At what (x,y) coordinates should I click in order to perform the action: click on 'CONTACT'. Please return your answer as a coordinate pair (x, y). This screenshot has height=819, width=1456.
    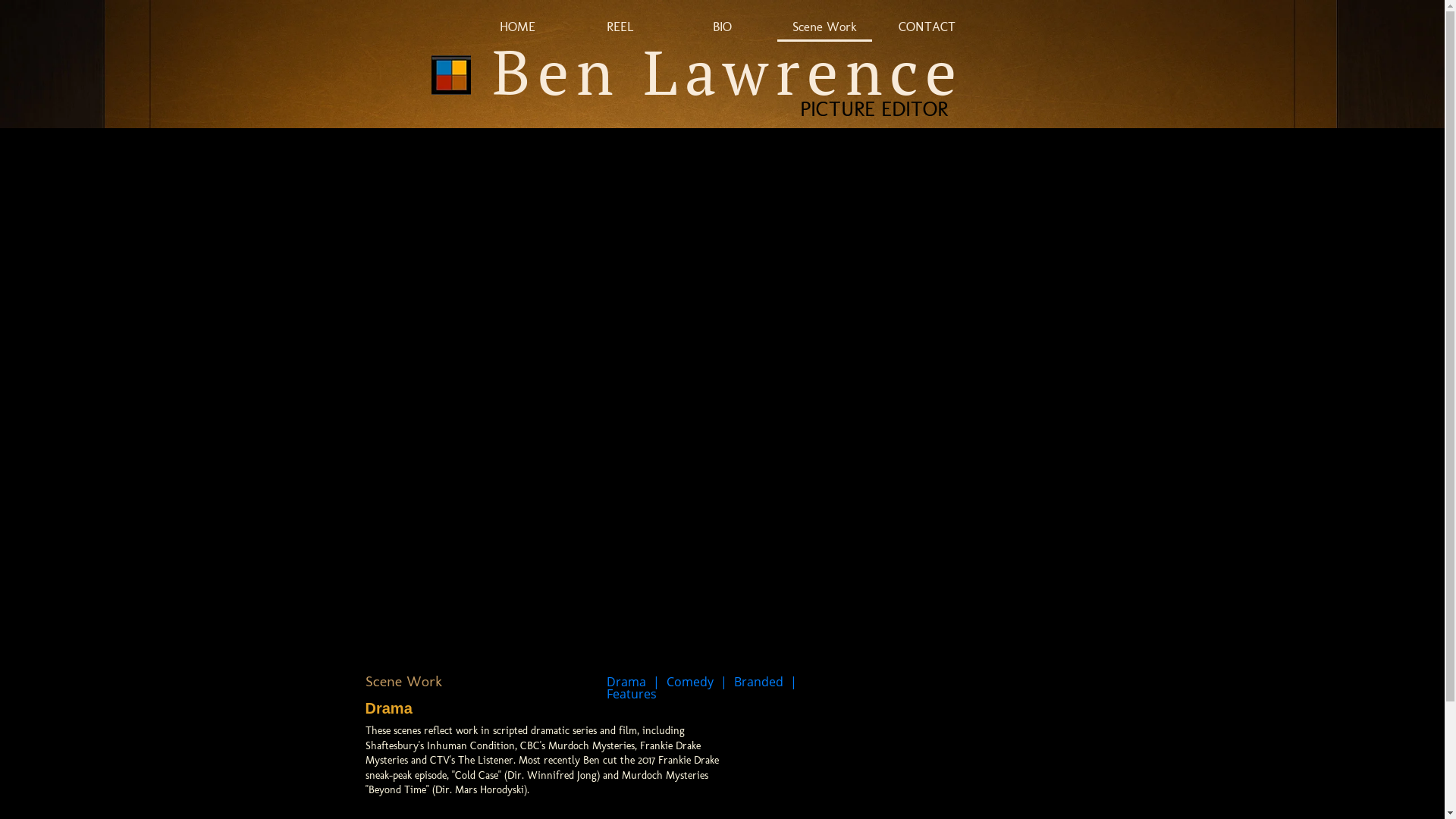
    Looking at the image, I should click on (880, 28).